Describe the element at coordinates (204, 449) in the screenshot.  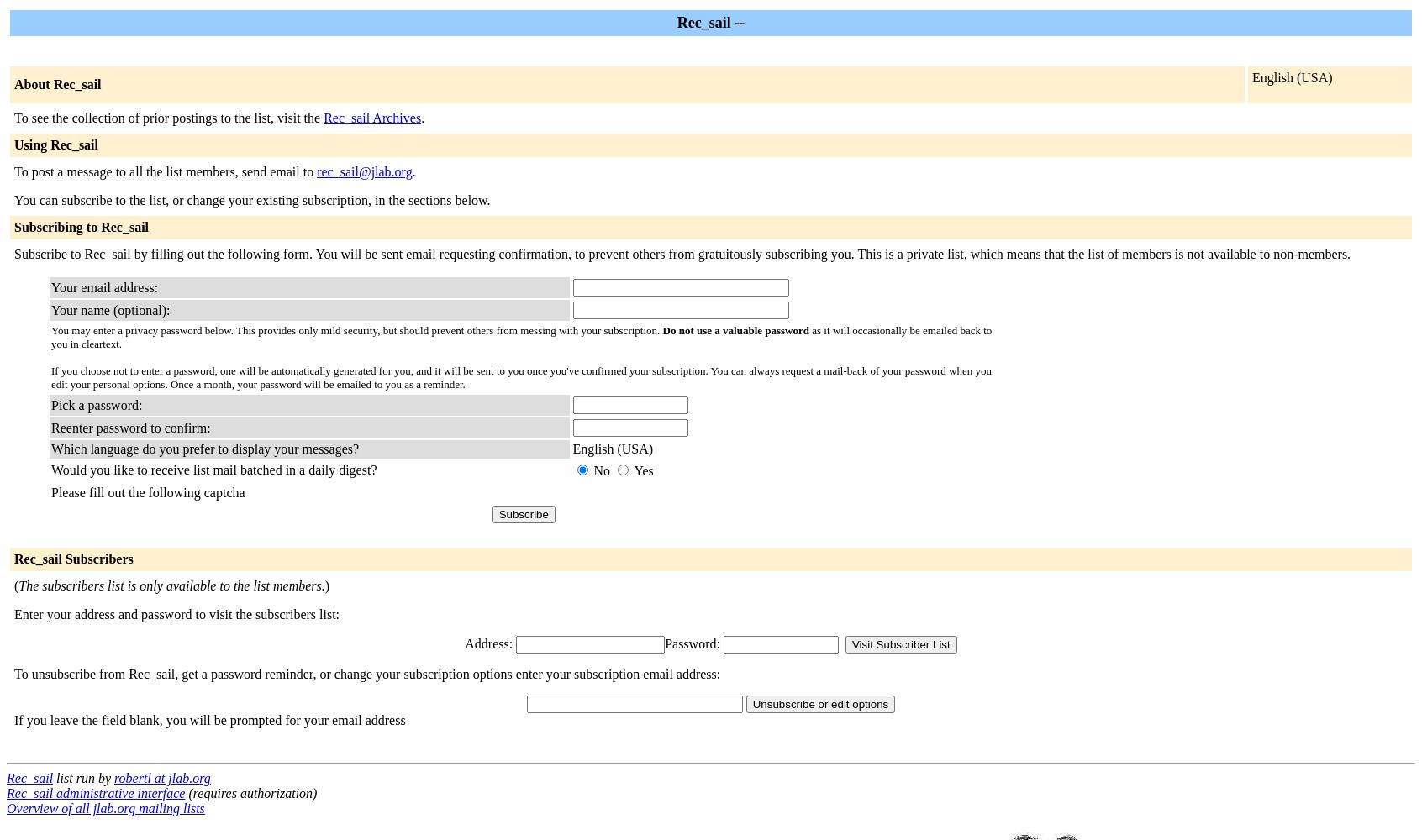
I see `'Which language do you prefer to display your messages?'` at that location.